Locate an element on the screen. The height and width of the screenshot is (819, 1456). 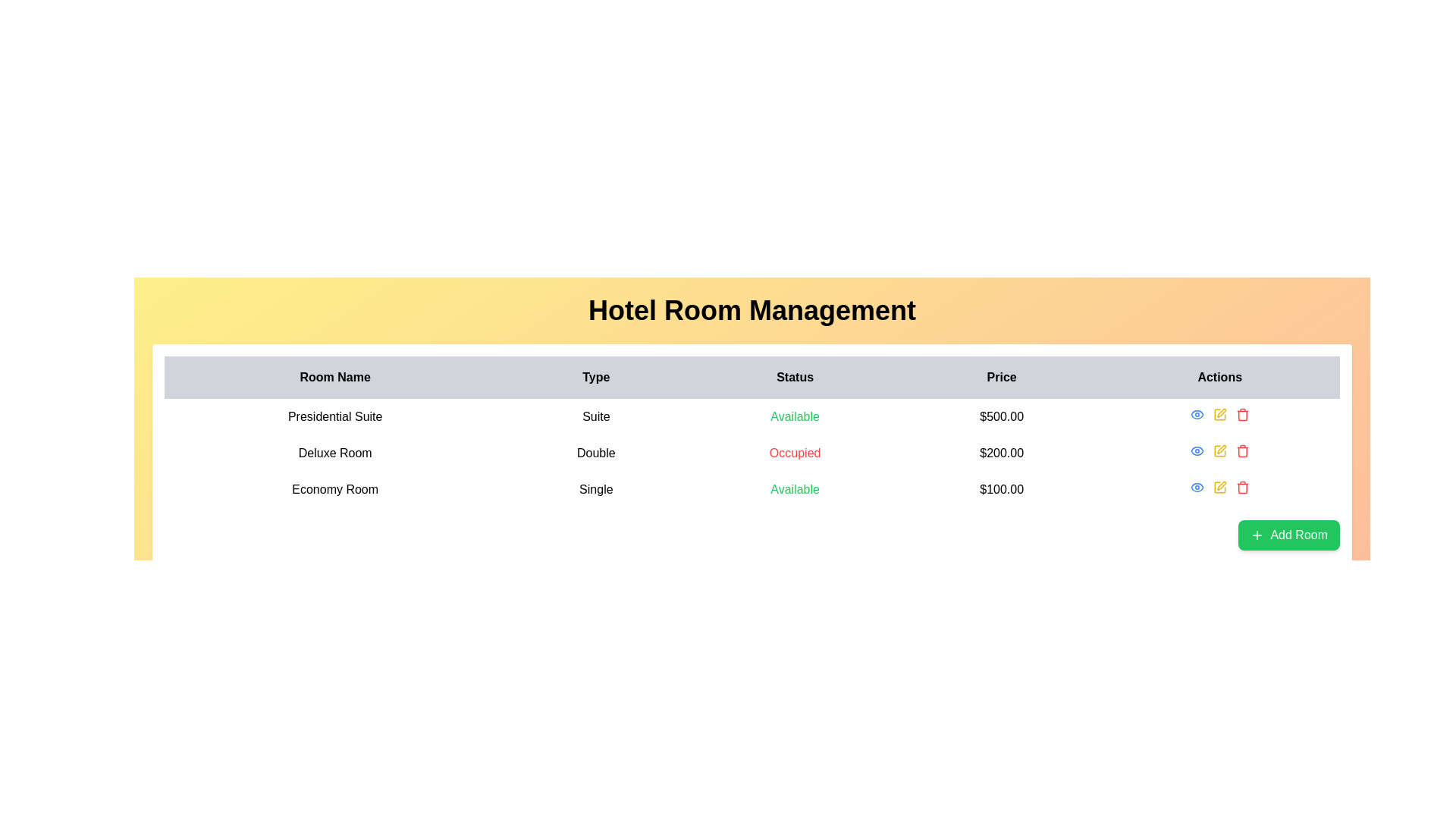
the graphical nature of the edit icon located in the action column of the second row in the table is located at coordinates (1219, 415).